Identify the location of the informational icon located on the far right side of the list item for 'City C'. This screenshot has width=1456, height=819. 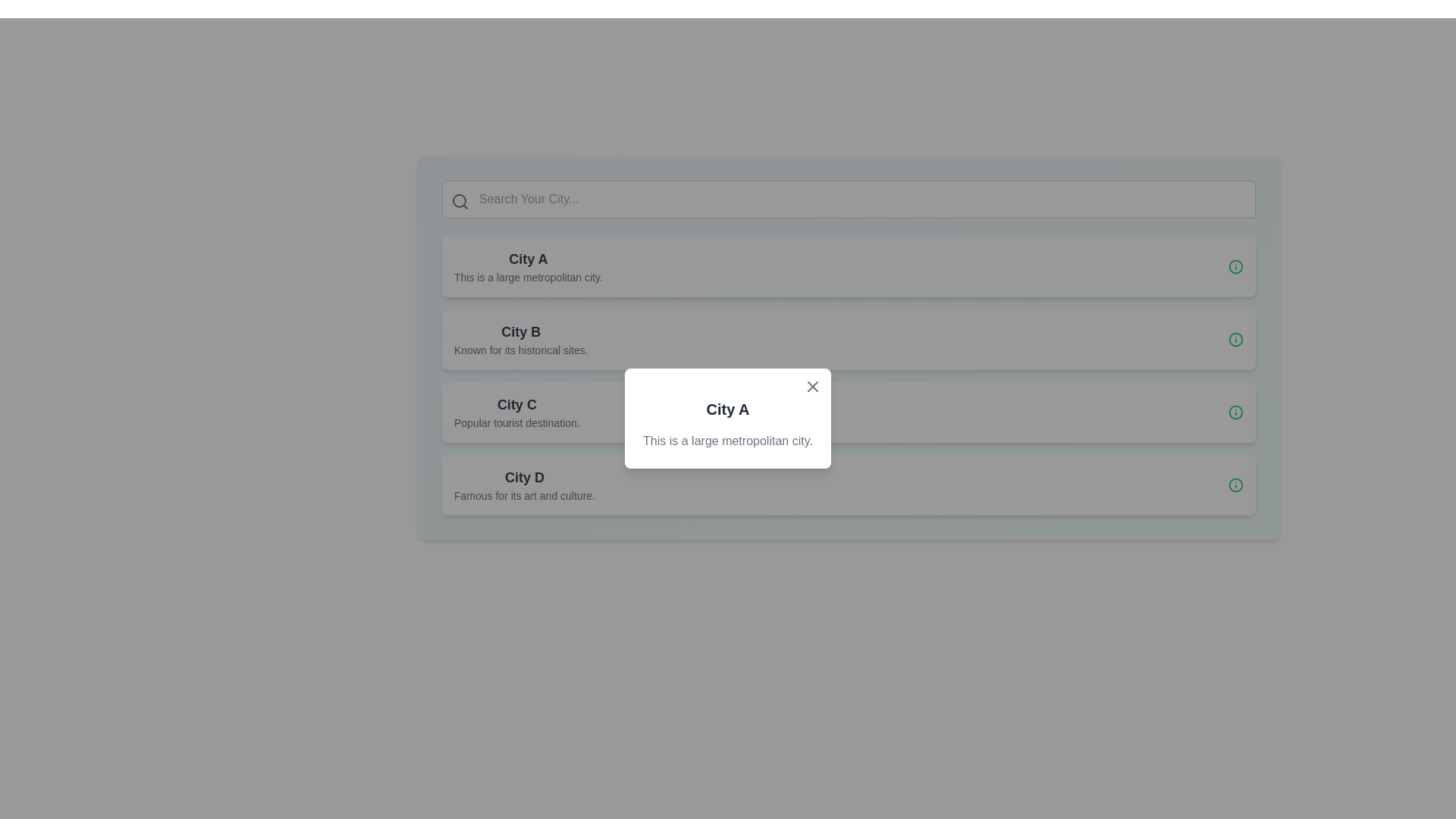
(1236, 412).